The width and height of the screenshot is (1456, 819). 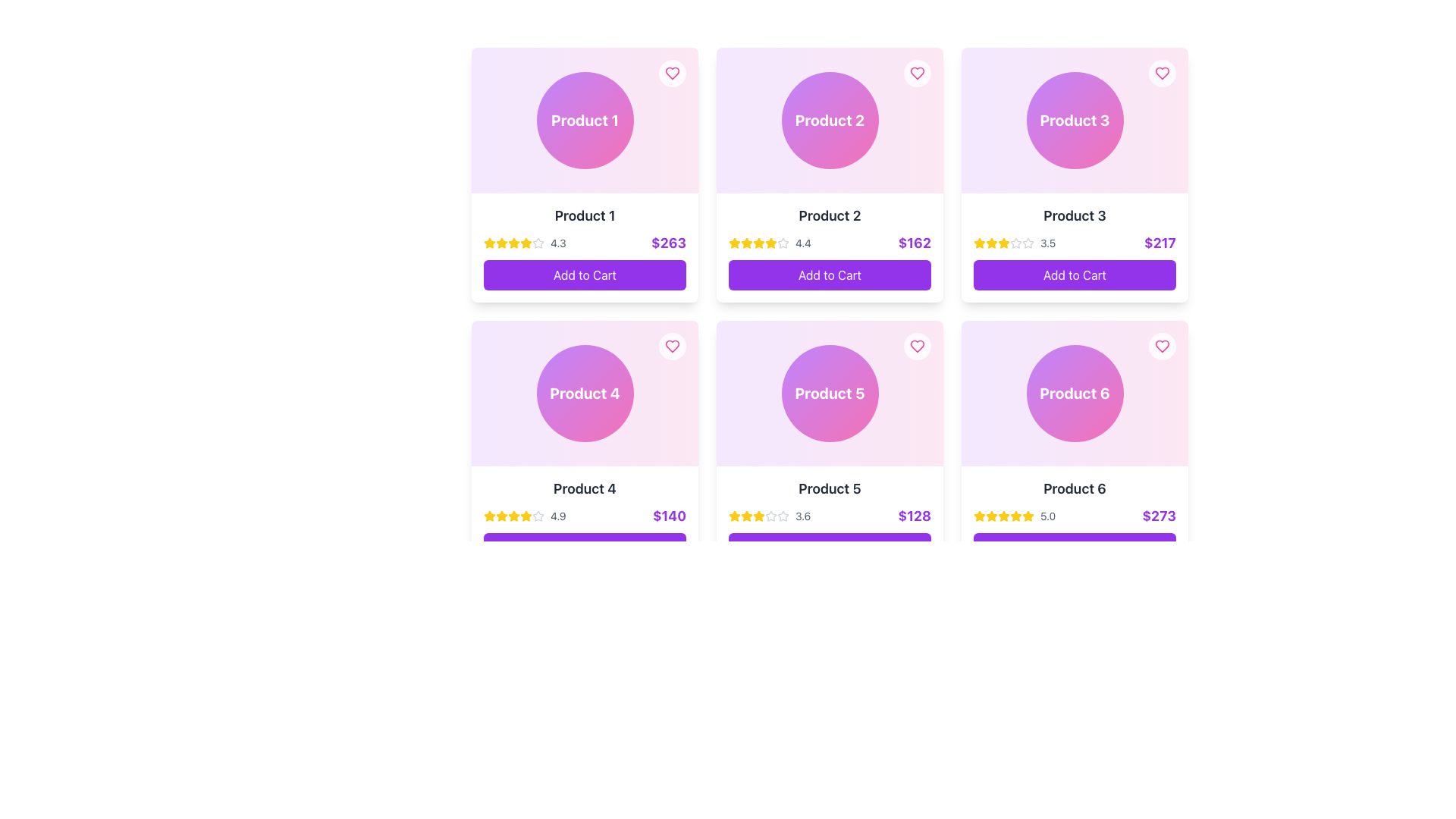 What do you see at coordinates (914, 242) in the screenshot?
I see `the text label displaying the price '$162' in a bold, large purple font, located at the bottom-right of the 'Product 2' card in the grid` at bounding box center [914, 242].